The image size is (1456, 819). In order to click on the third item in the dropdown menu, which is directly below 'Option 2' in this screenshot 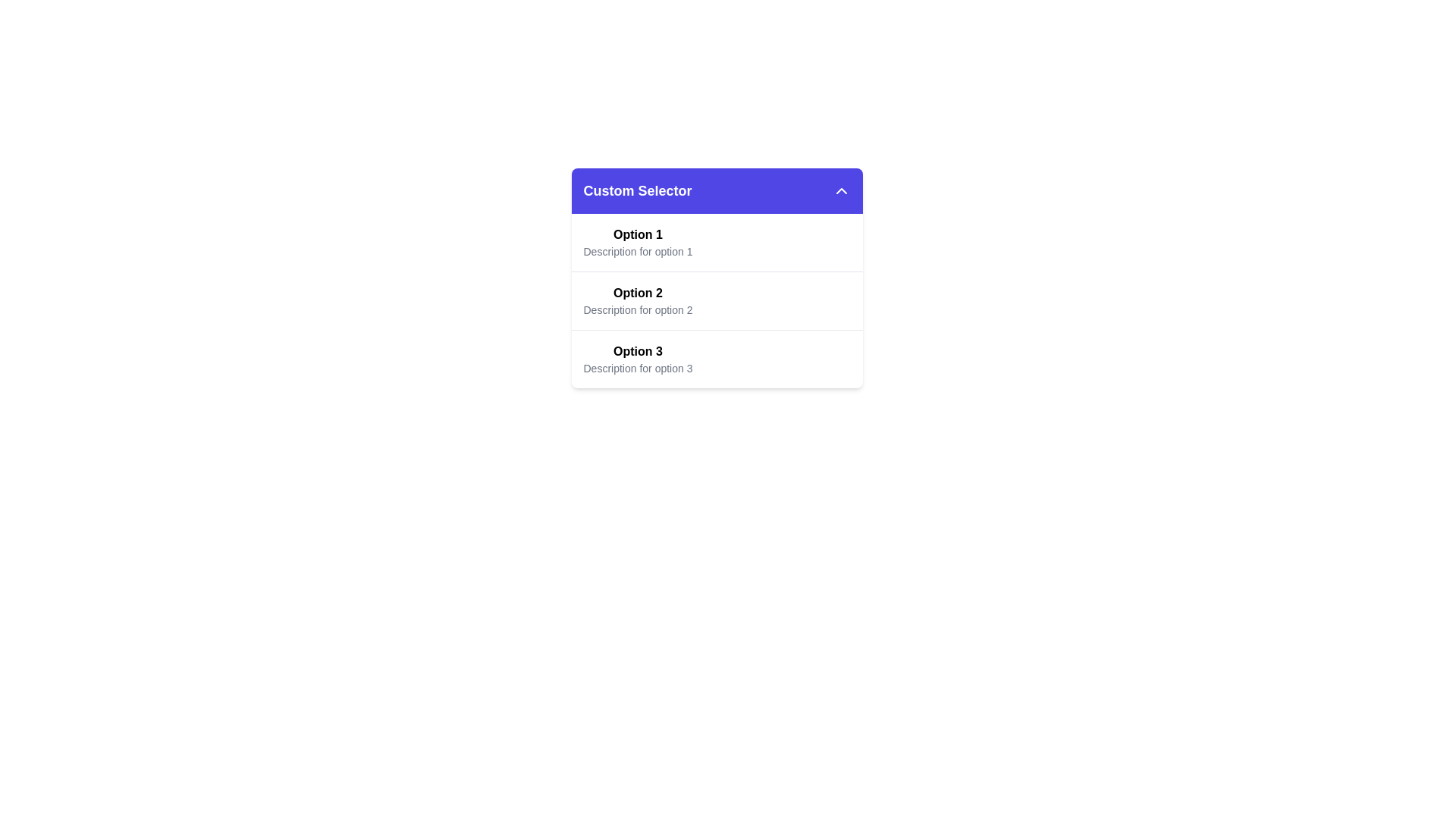, I will do `click(716, 359)`.